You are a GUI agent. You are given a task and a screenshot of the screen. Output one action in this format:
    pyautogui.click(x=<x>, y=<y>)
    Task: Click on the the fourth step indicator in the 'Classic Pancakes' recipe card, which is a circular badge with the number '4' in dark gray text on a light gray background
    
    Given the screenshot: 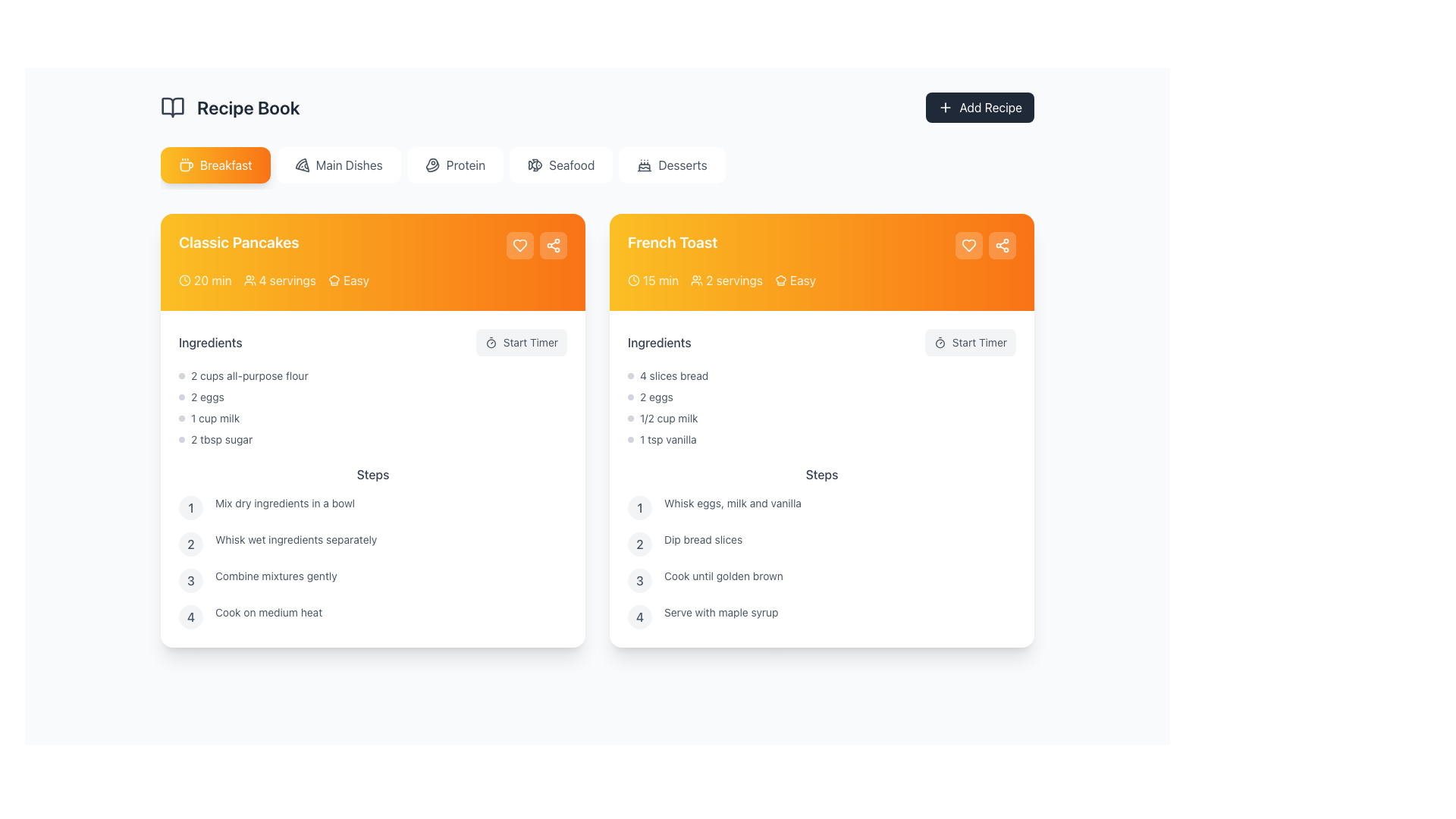 What is the action you would take?
    pyautogui.click(x=190, y=617)
    